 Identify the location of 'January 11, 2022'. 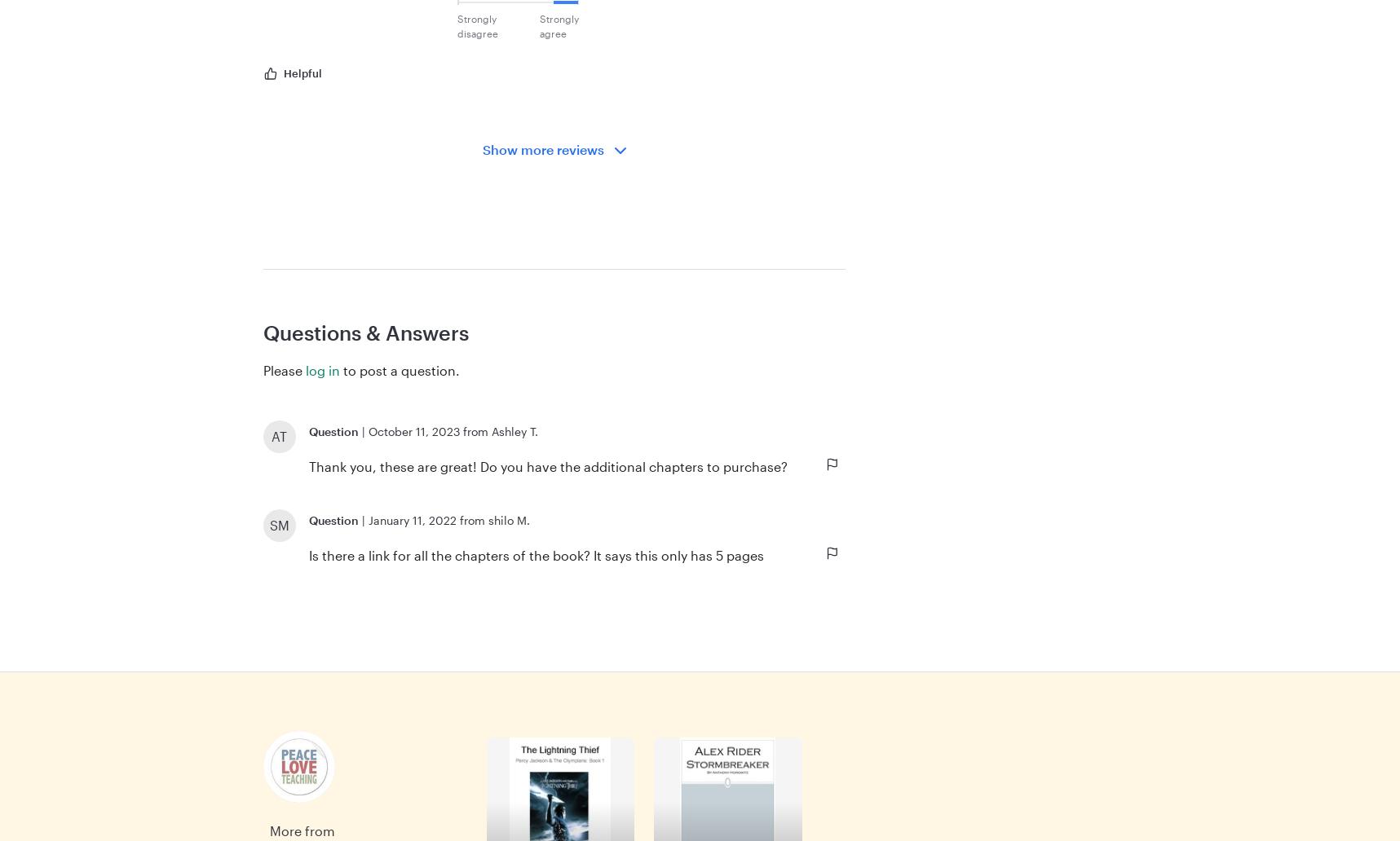
(411, 520).